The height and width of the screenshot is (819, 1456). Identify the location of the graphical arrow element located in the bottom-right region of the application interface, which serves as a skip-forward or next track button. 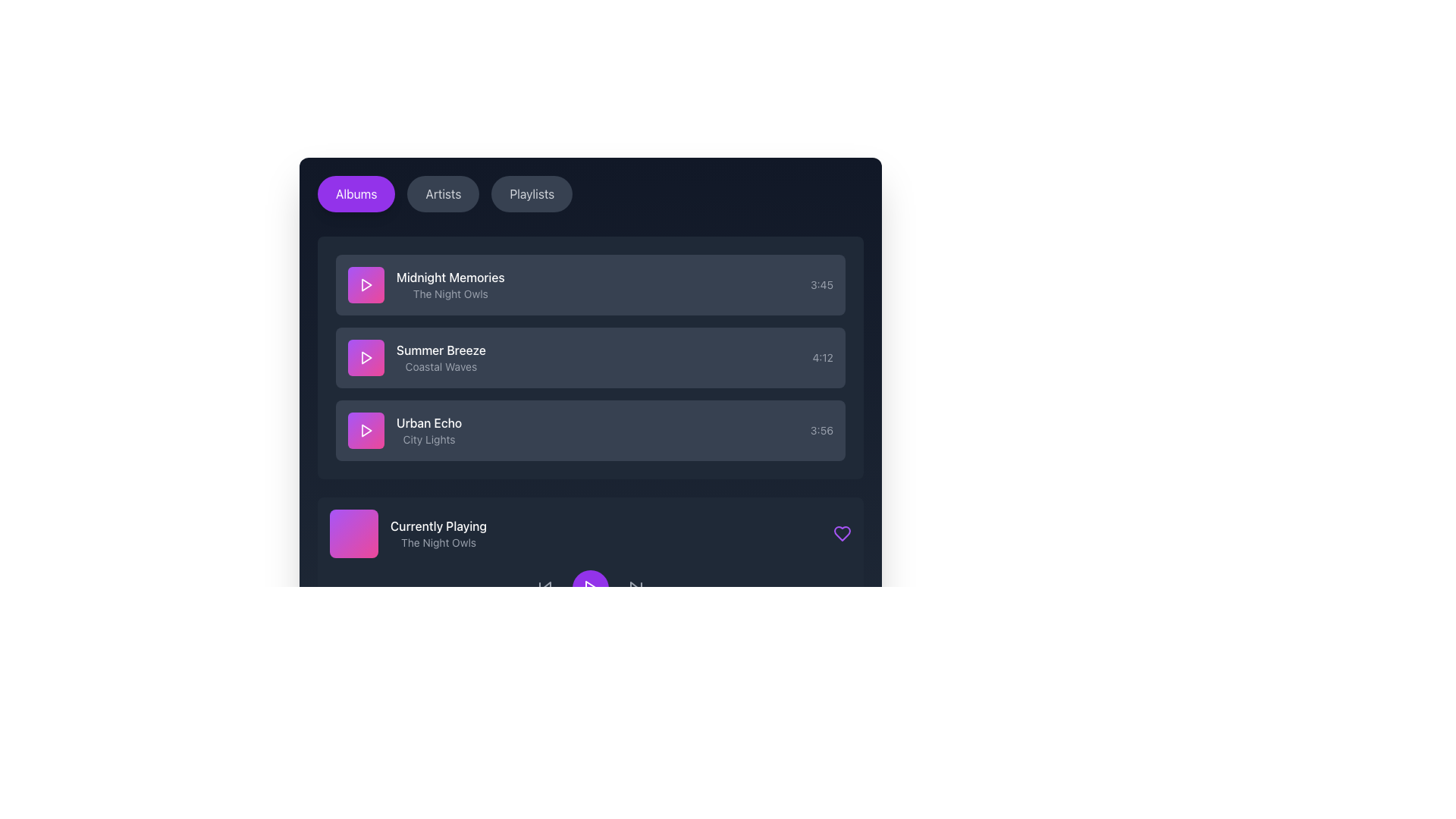
(634, 587).